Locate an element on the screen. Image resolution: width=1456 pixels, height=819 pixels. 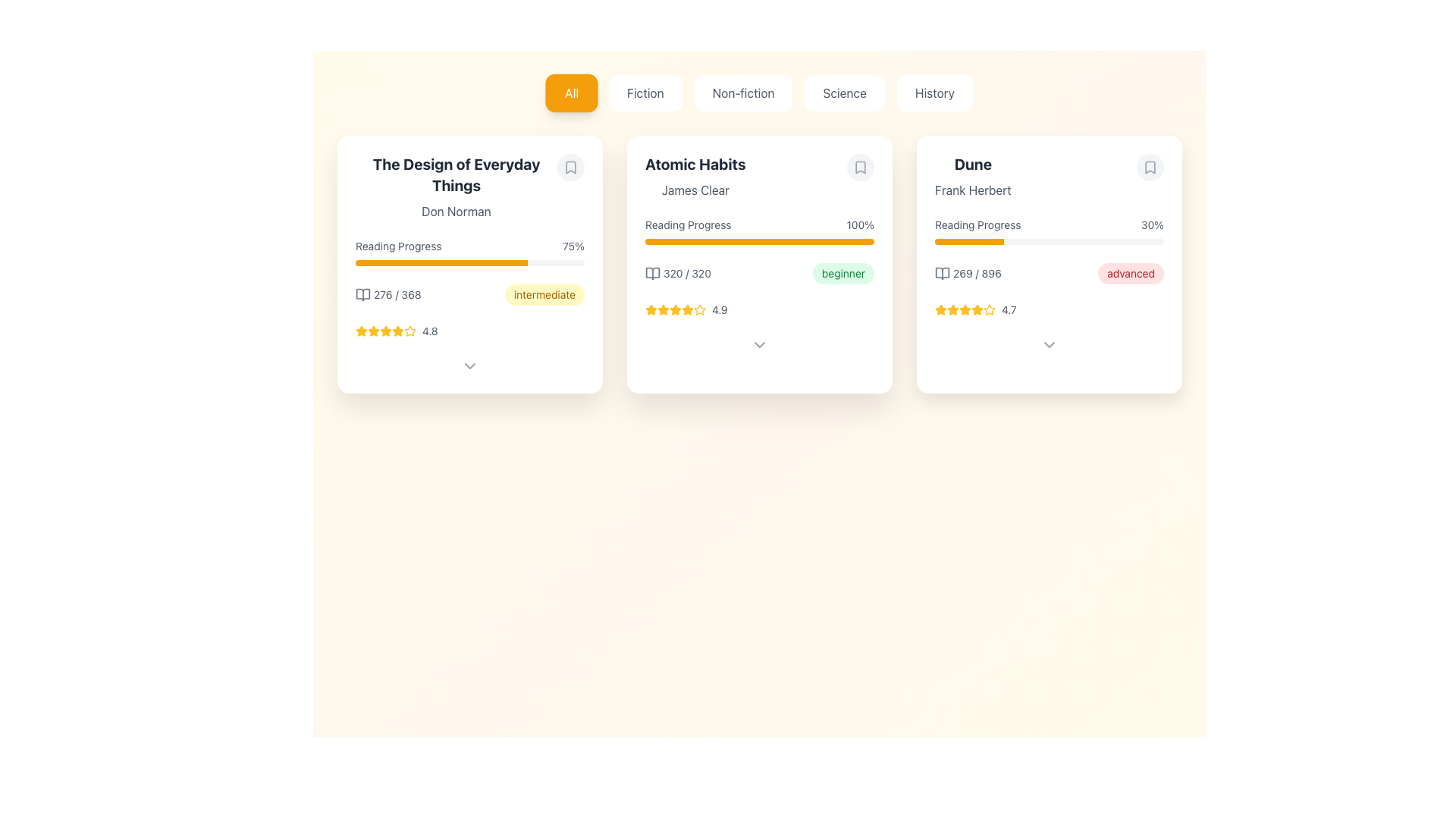
the visual progress of the reading completion for the book 'Dune' represented by the progress bar located in the middle section of the 'Dune' card, just above the text showing the number of pages and difficulty level is located at coordinates (1048, 231).